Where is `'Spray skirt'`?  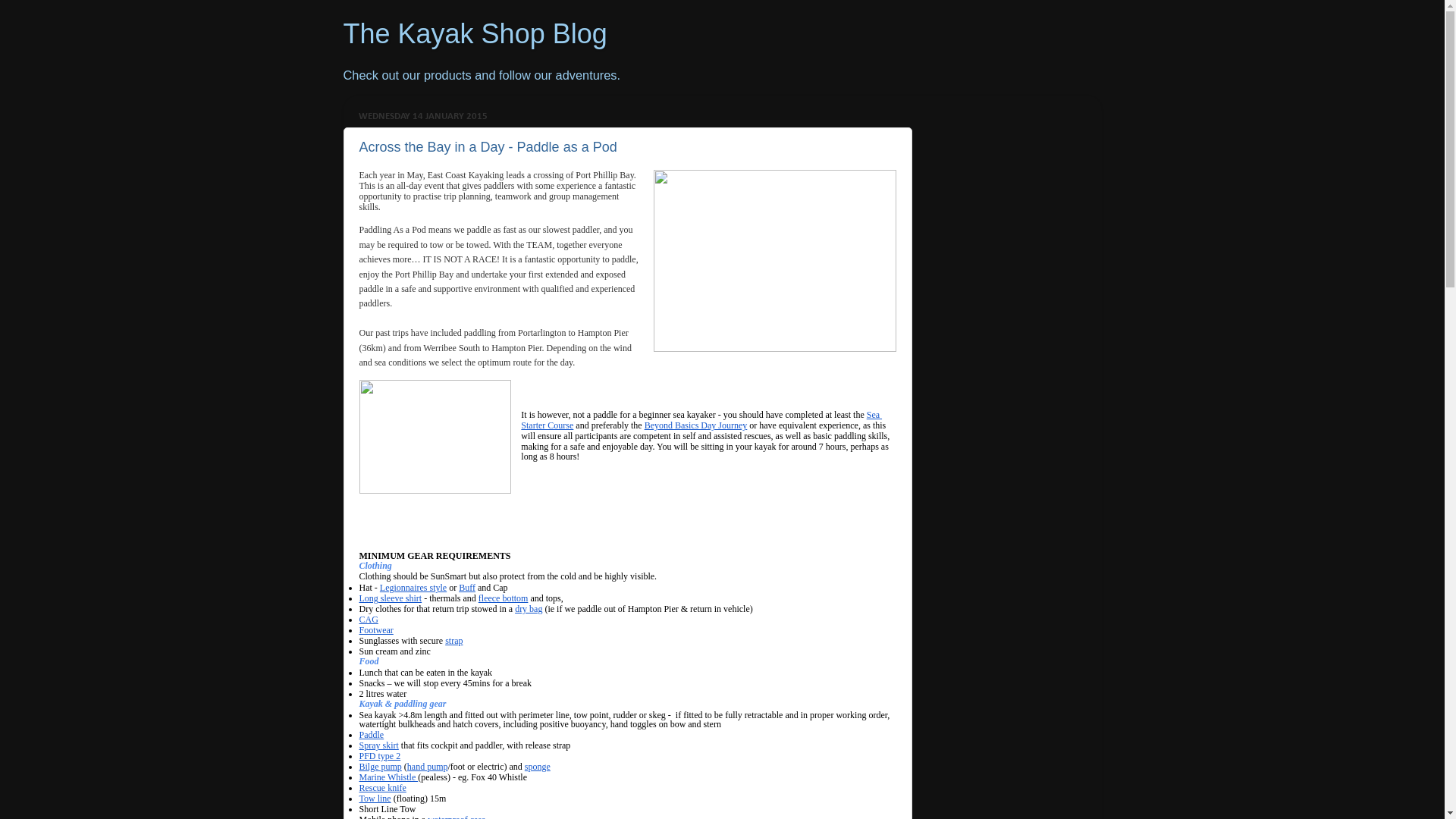 'Spray skirt' is located at coordinates (378, 745).